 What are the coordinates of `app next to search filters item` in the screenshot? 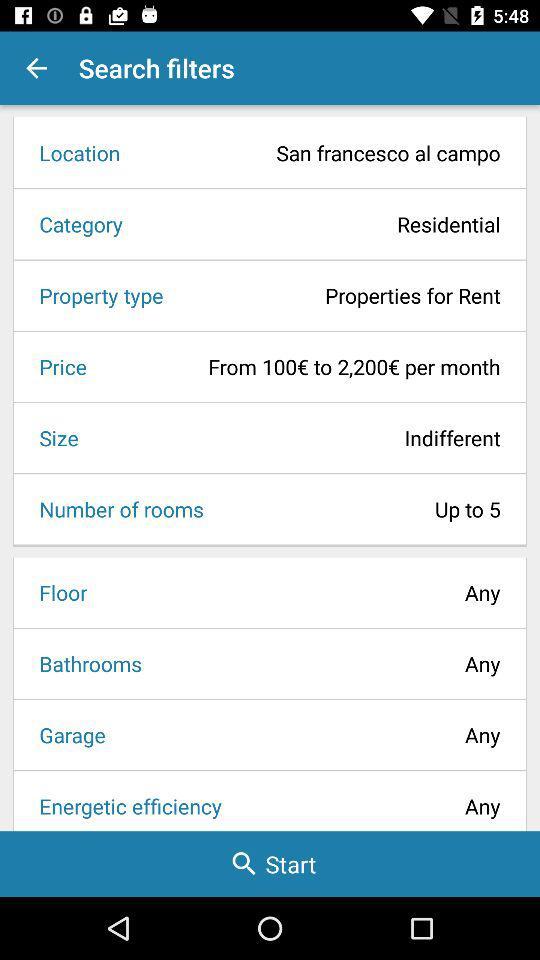 It's located at (36, 68).